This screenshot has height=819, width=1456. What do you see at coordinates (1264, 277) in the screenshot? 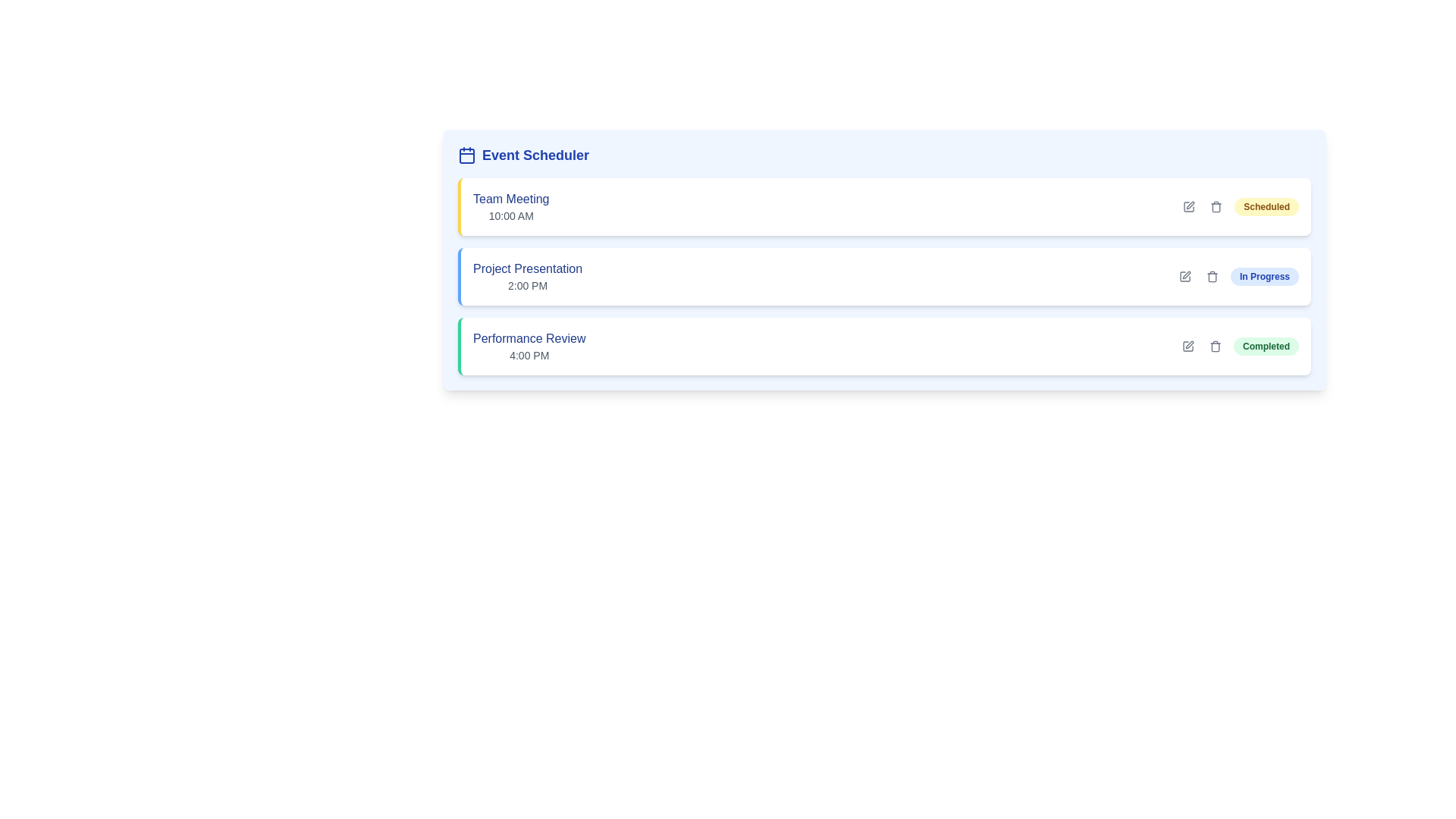
I see `label indicating the status of the 'Project Presentation' event, which shows 'In Progress' in the scheduler interface` at bounding box center [1264, 277].